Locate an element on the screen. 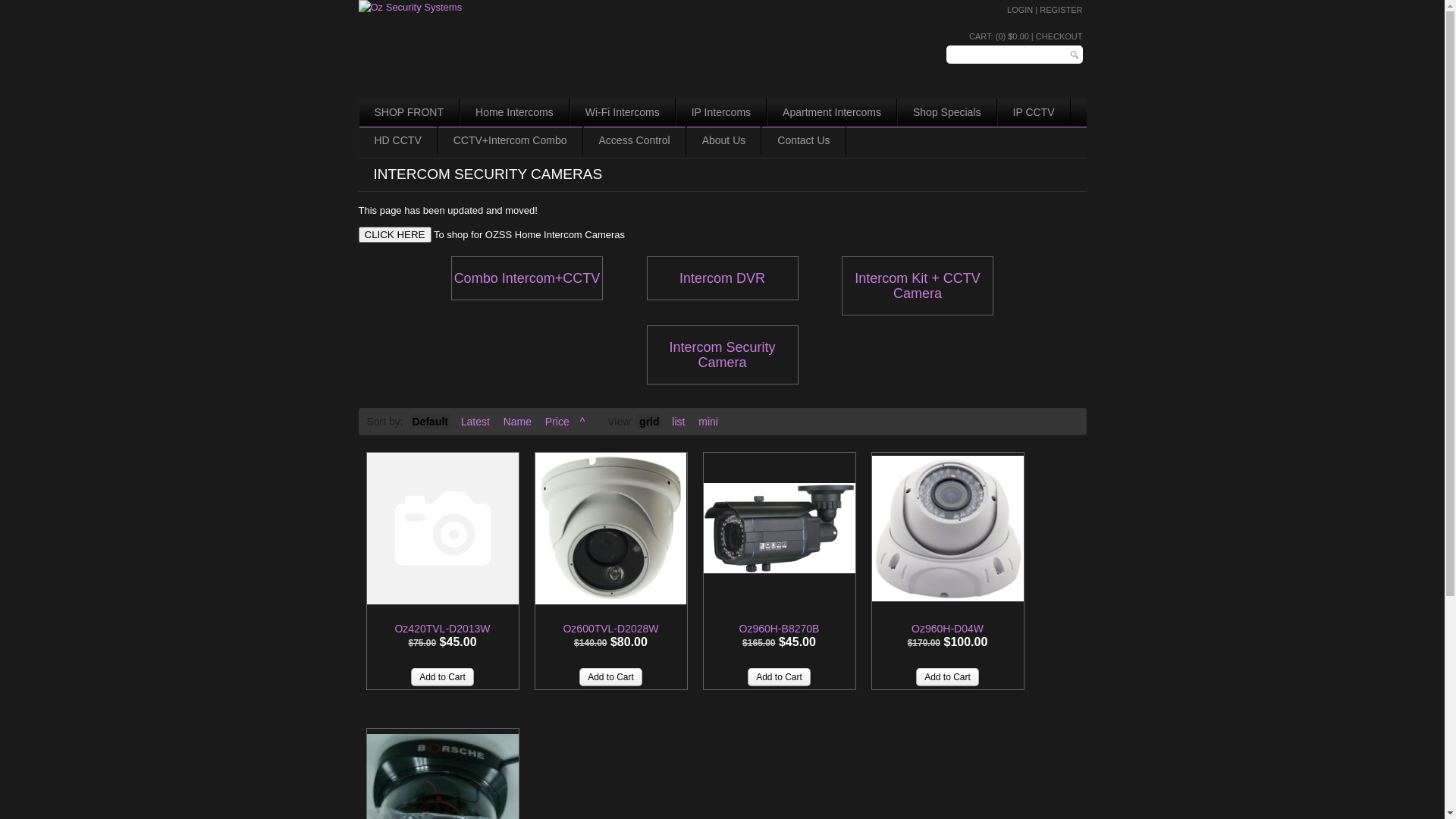 The image size is (1456, 819). 'Add to Cart' is located at coordinates (610, 676).